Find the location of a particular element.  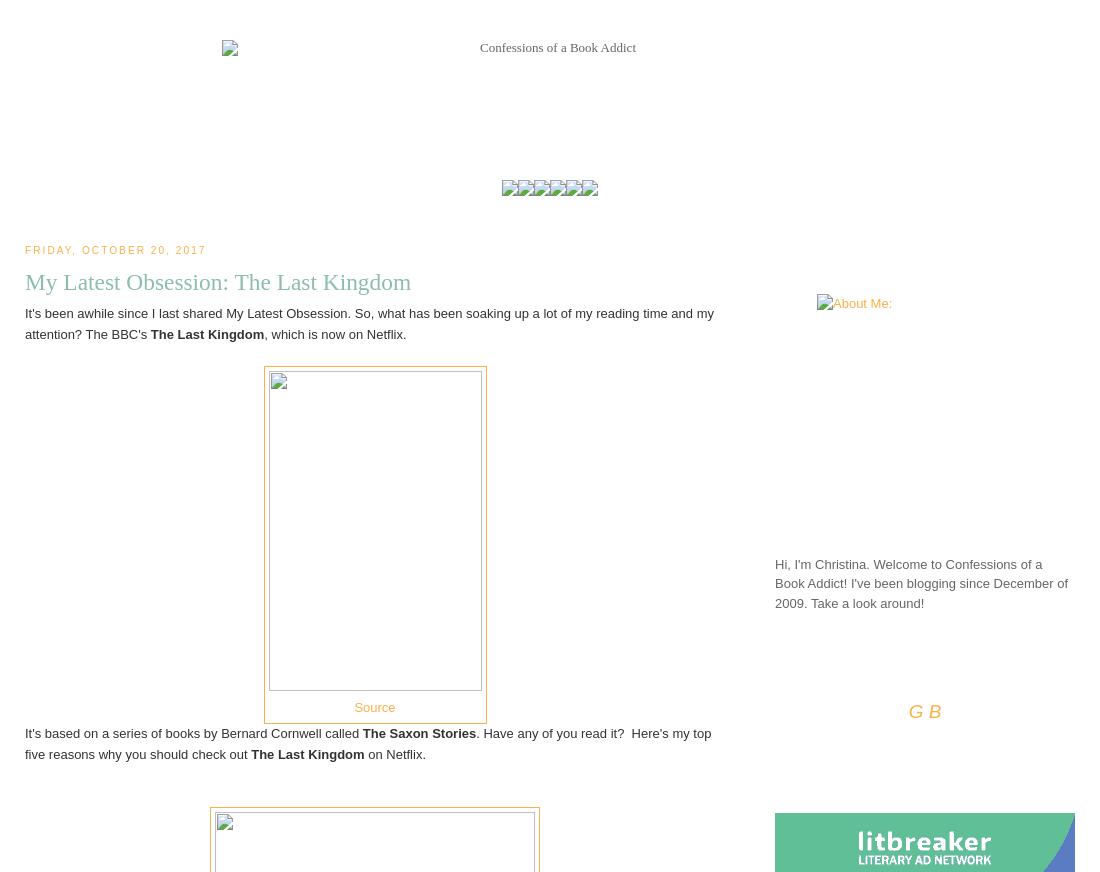

'B' is located at coordinates (934, 710).